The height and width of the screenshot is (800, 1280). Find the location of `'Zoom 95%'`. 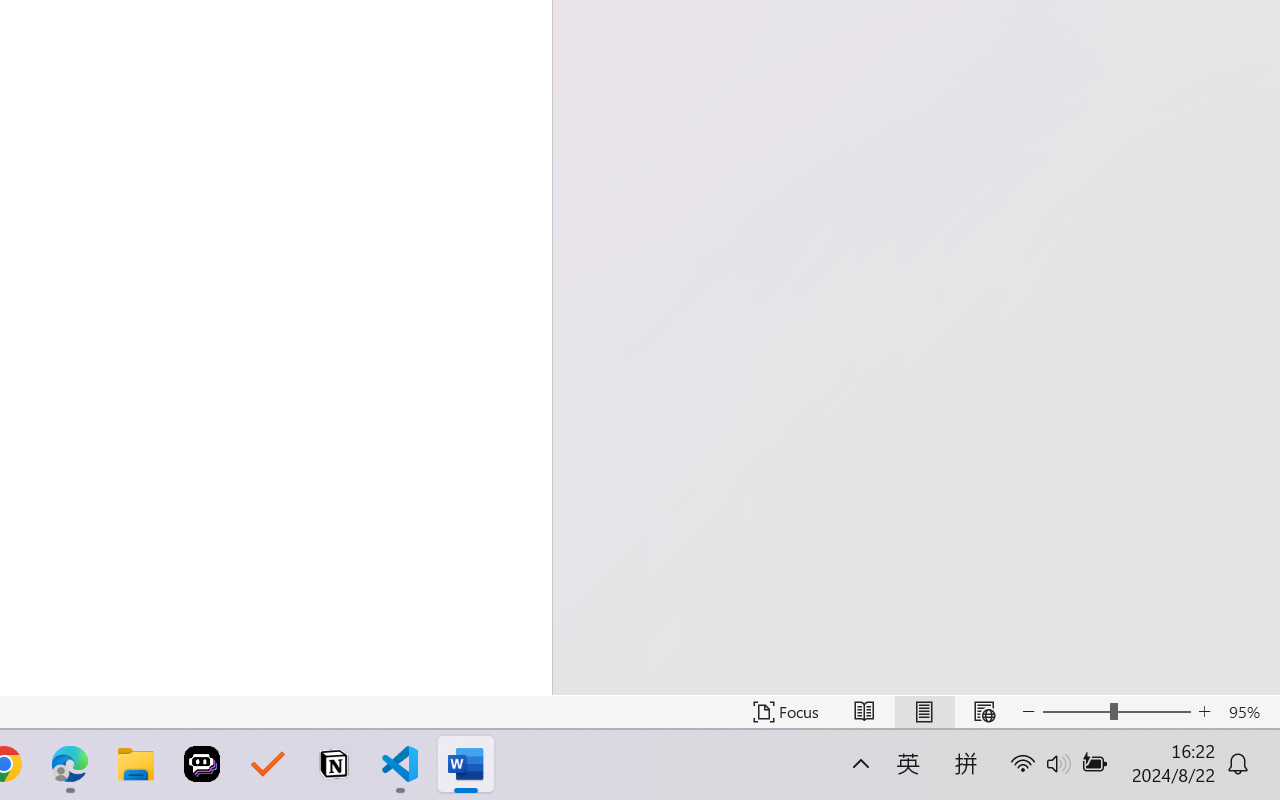

'Zoom 95%' is located at coordinates (1248, 711).